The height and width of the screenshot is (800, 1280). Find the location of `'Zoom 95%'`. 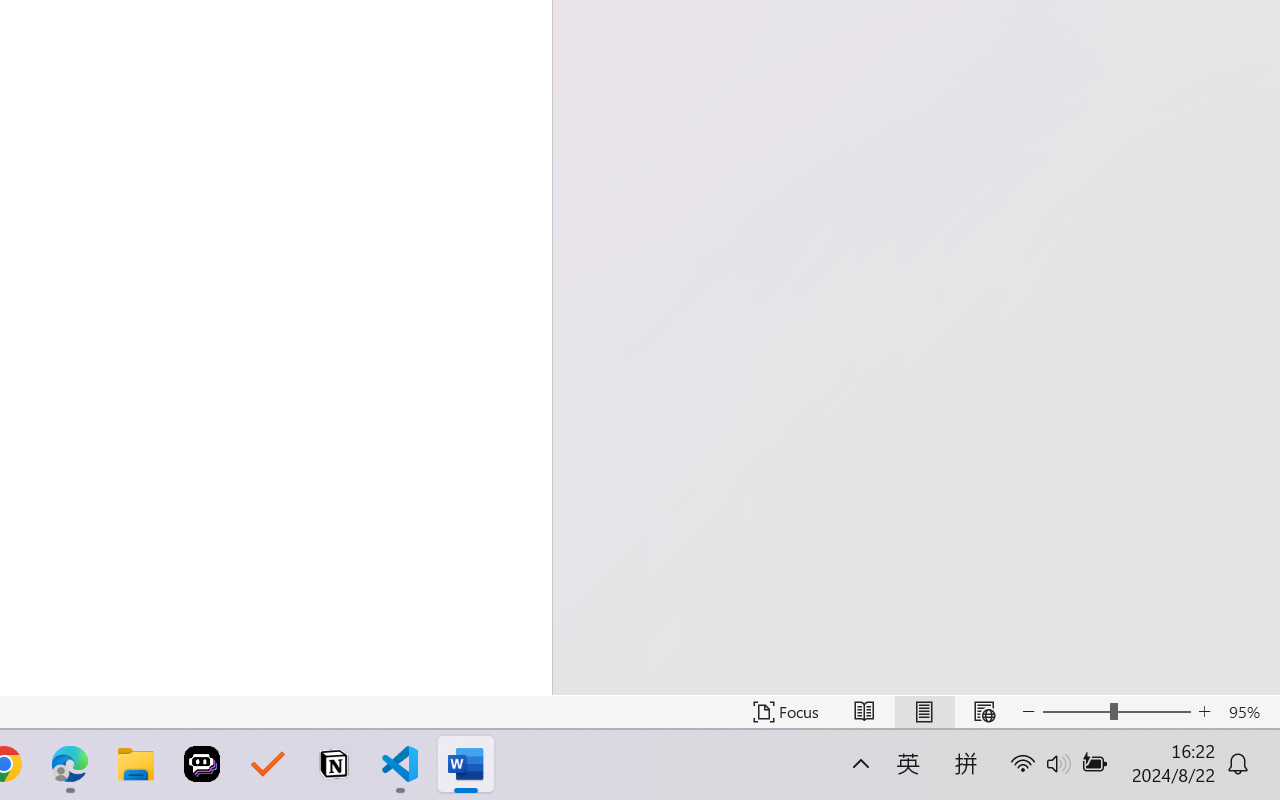

'Zoom 95%' is located at coordinates (1248, 711).